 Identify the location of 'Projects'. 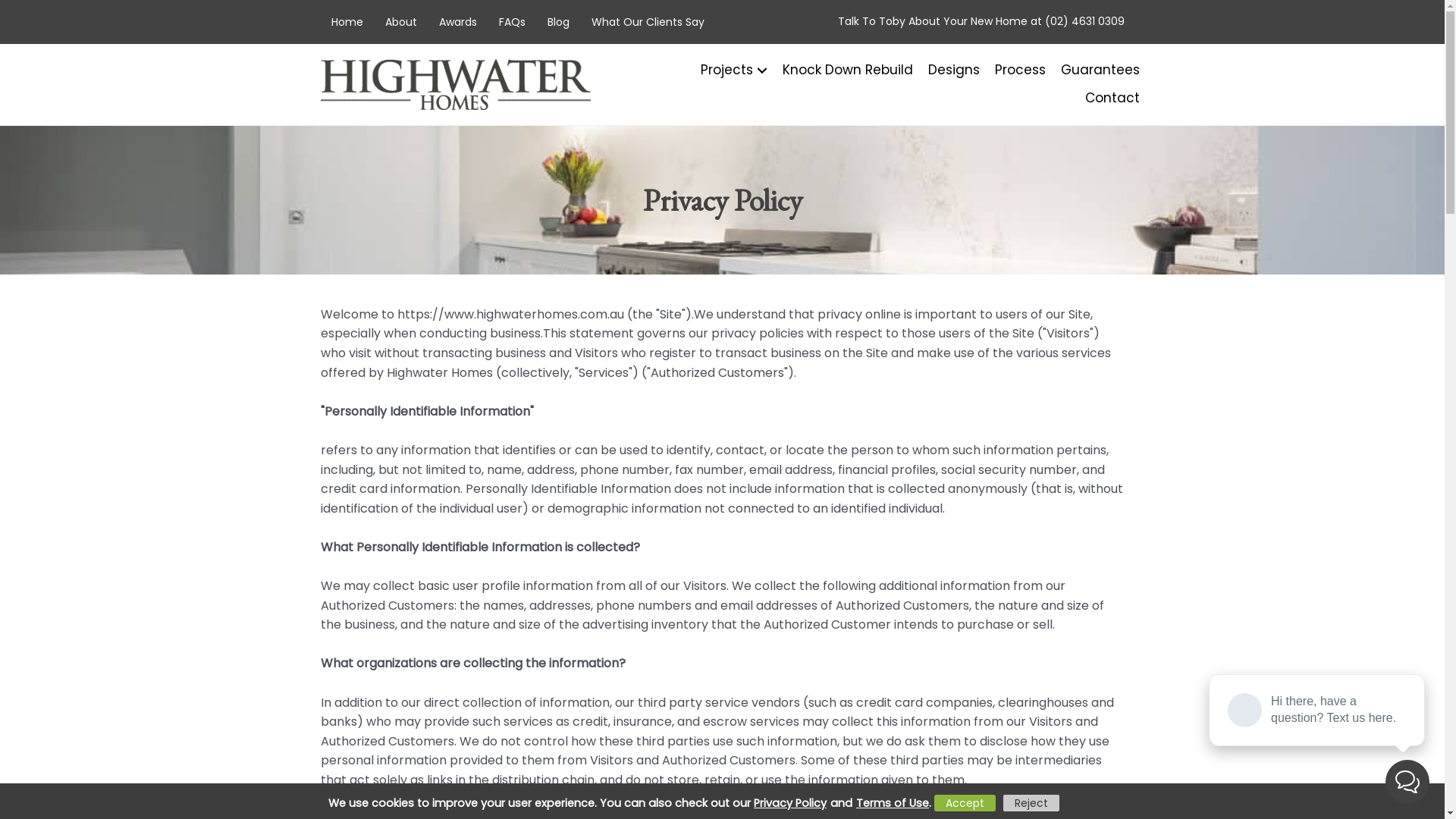
(723, 70).